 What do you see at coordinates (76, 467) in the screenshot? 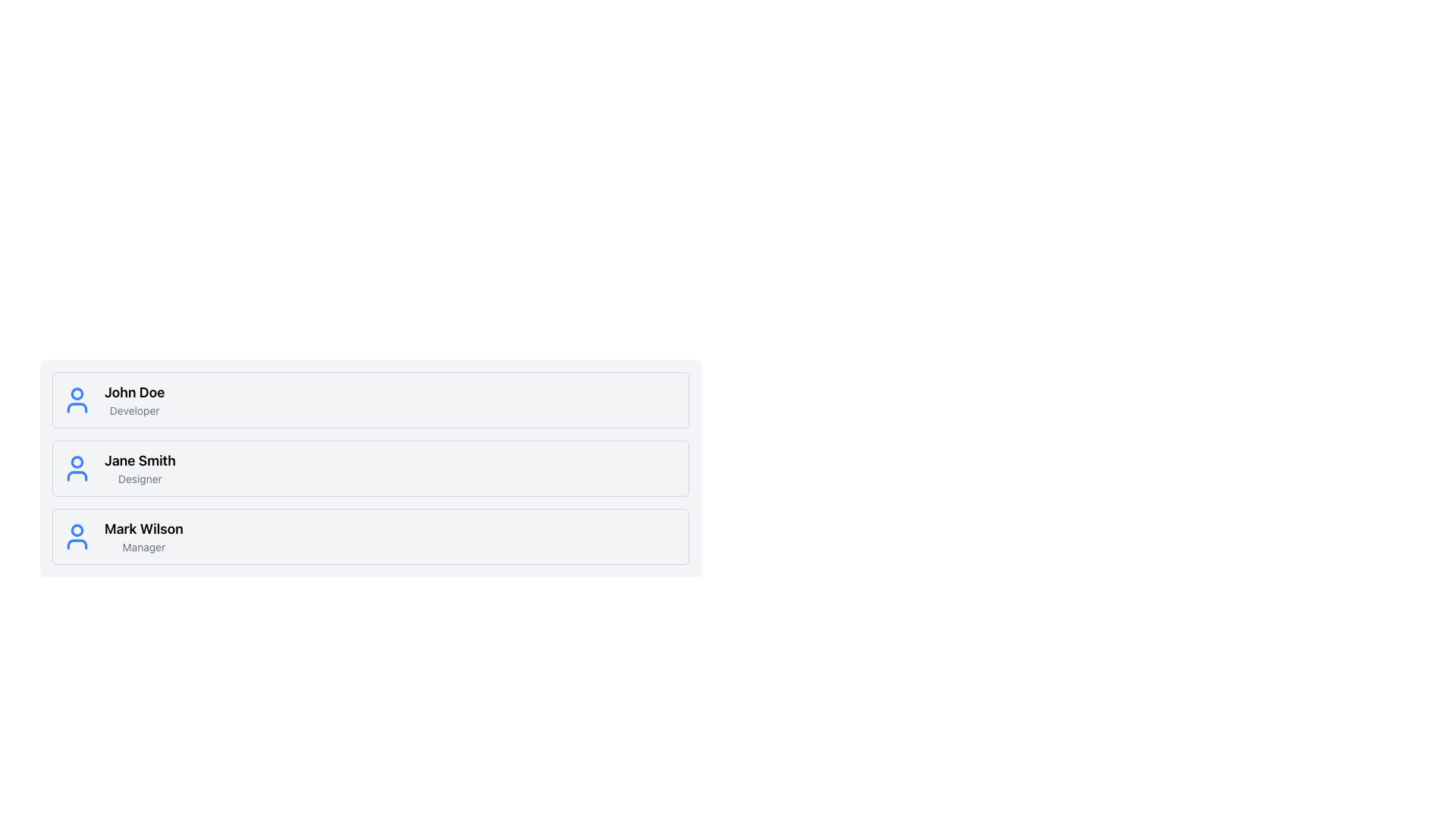
I see `the user profile icon representing 'Jane Smith' in the profile card, which is styled as an outline of a person with a circular head and shoulders, located to the far left of the card` at bounding box center [76, 467].